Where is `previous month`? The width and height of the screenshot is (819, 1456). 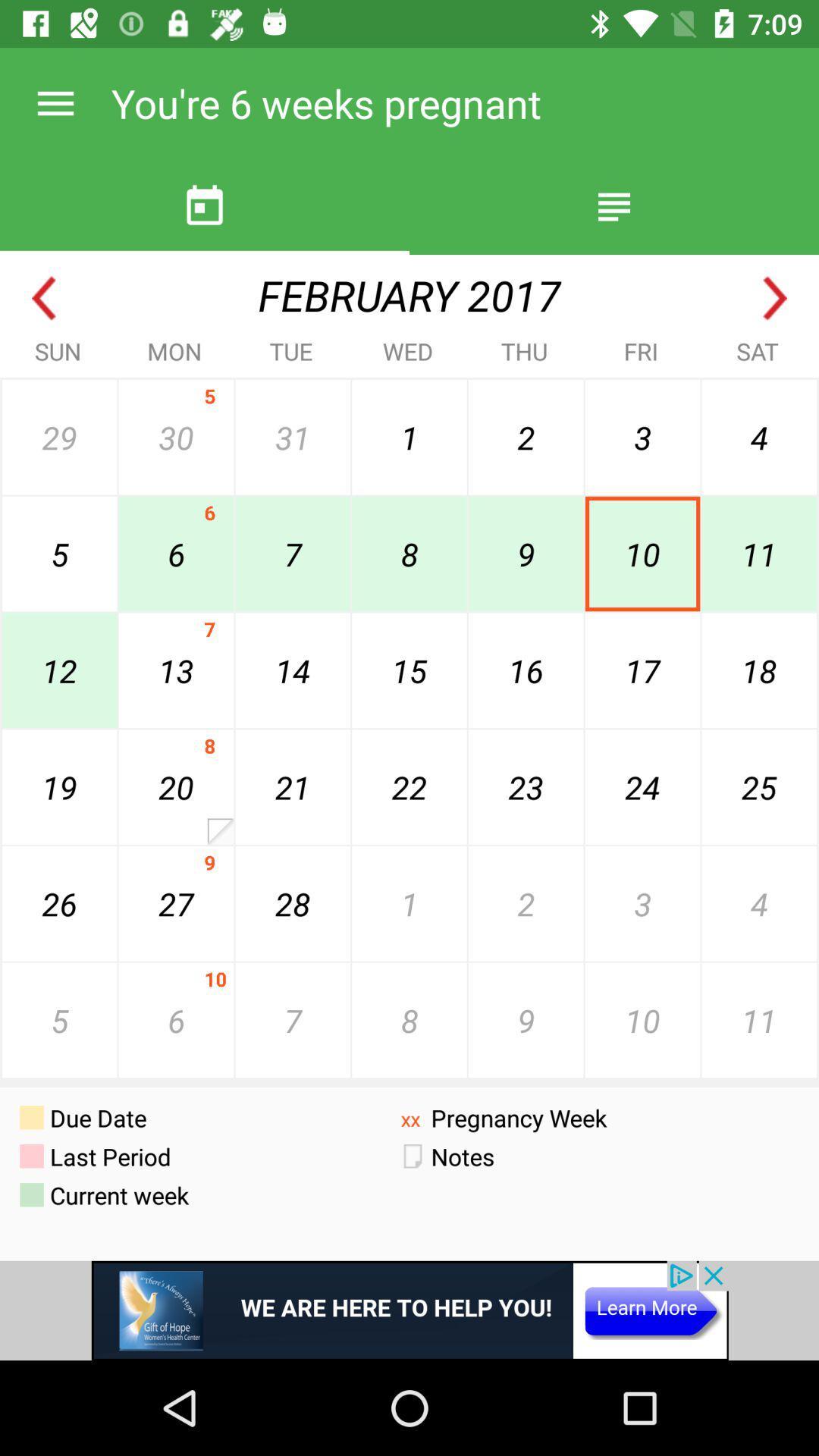
previous month is located at coordinates (42, 298).